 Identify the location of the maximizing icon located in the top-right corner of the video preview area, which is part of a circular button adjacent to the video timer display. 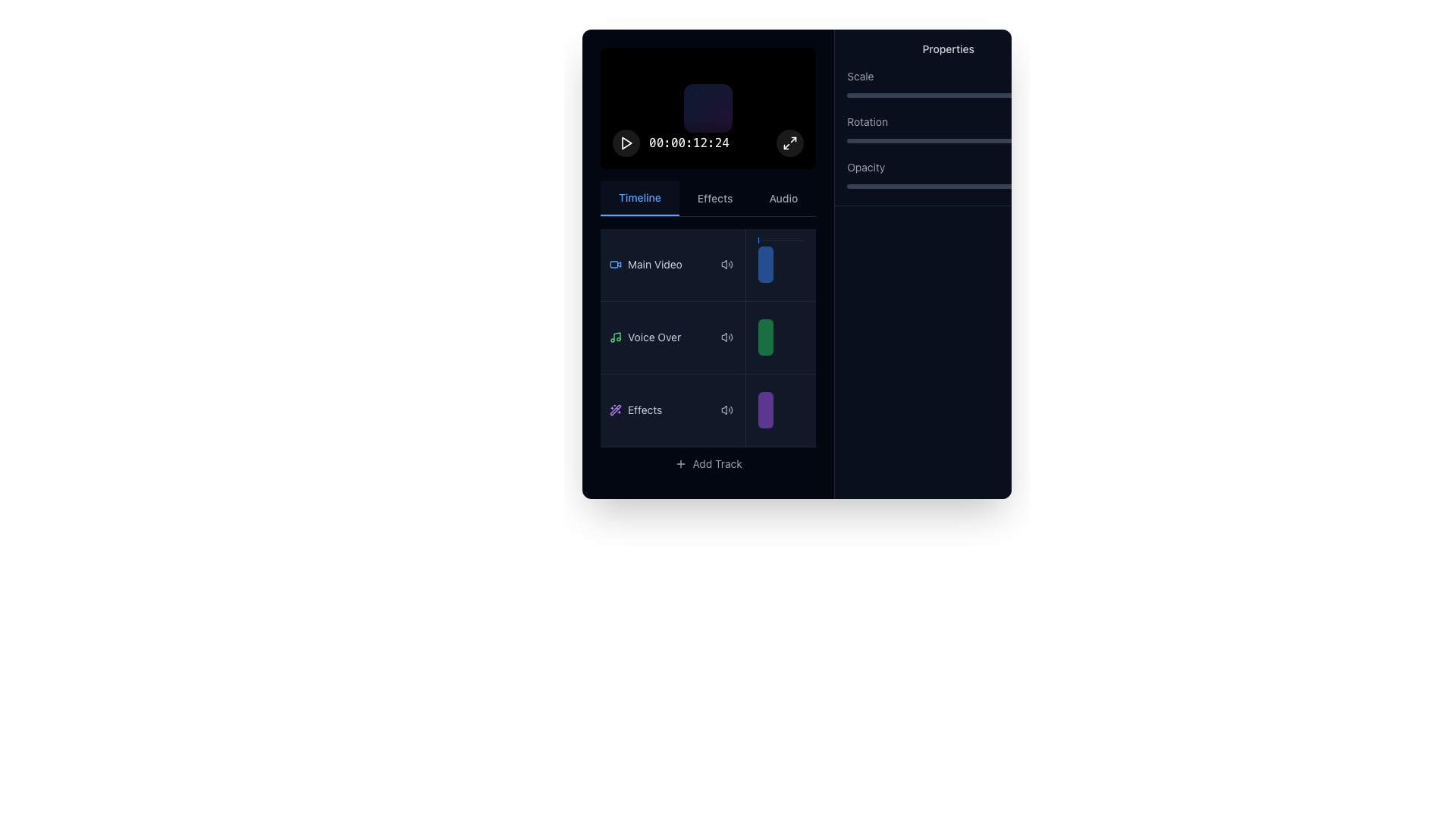
(789, 143).